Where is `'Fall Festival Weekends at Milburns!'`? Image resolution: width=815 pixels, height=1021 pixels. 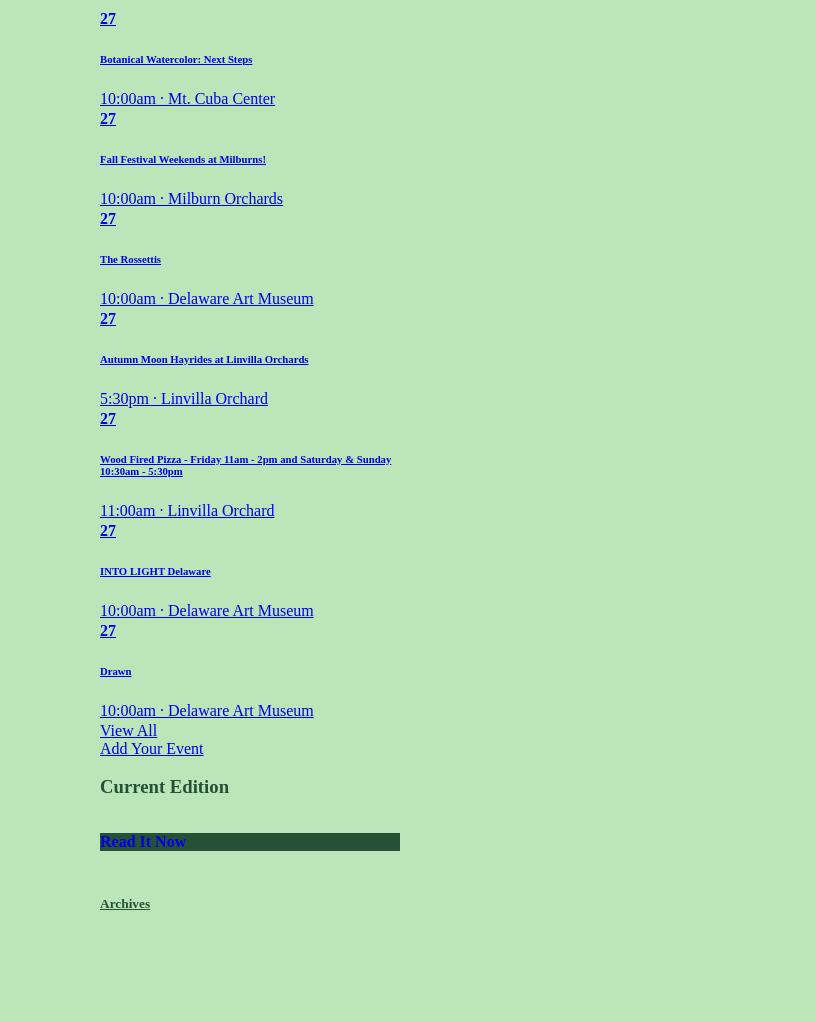 'Fall Festival Weekends at Milburns!' is located at coordinates (182, 157).